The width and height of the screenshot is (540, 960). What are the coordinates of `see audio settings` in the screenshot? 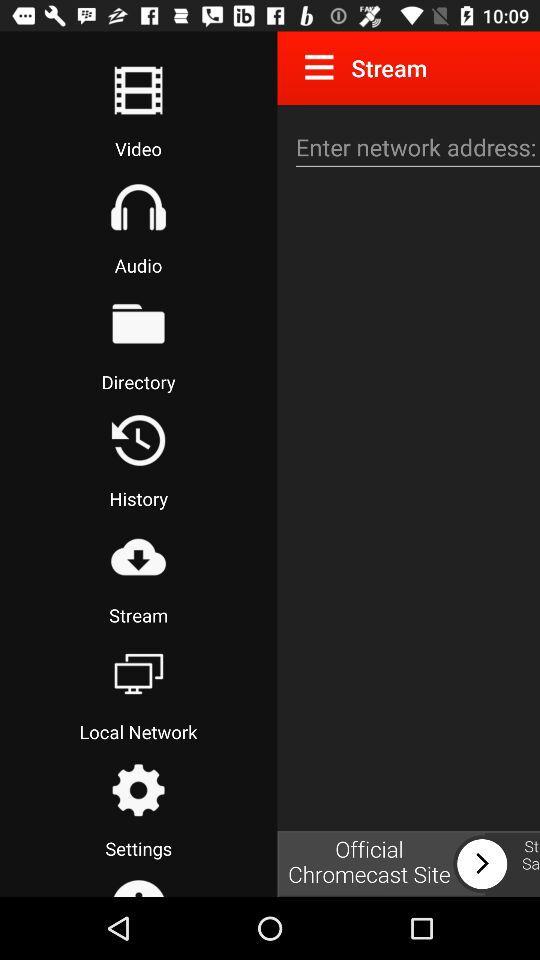 It's located at (137, 207).